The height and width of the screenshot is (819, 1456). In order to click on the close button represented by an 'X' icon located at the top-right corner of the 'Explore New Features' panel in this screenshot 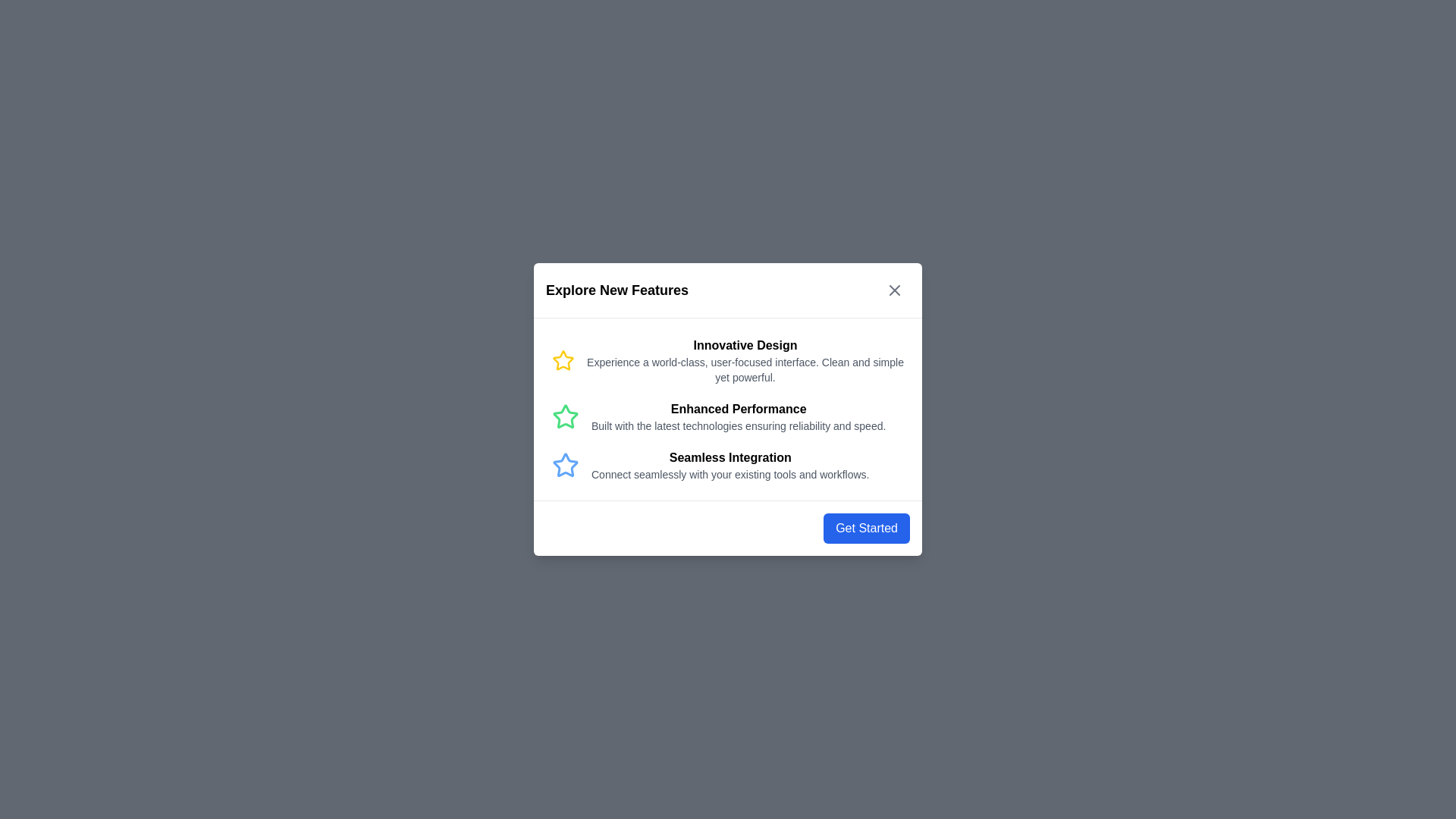, I will do `click(895, 290)`.